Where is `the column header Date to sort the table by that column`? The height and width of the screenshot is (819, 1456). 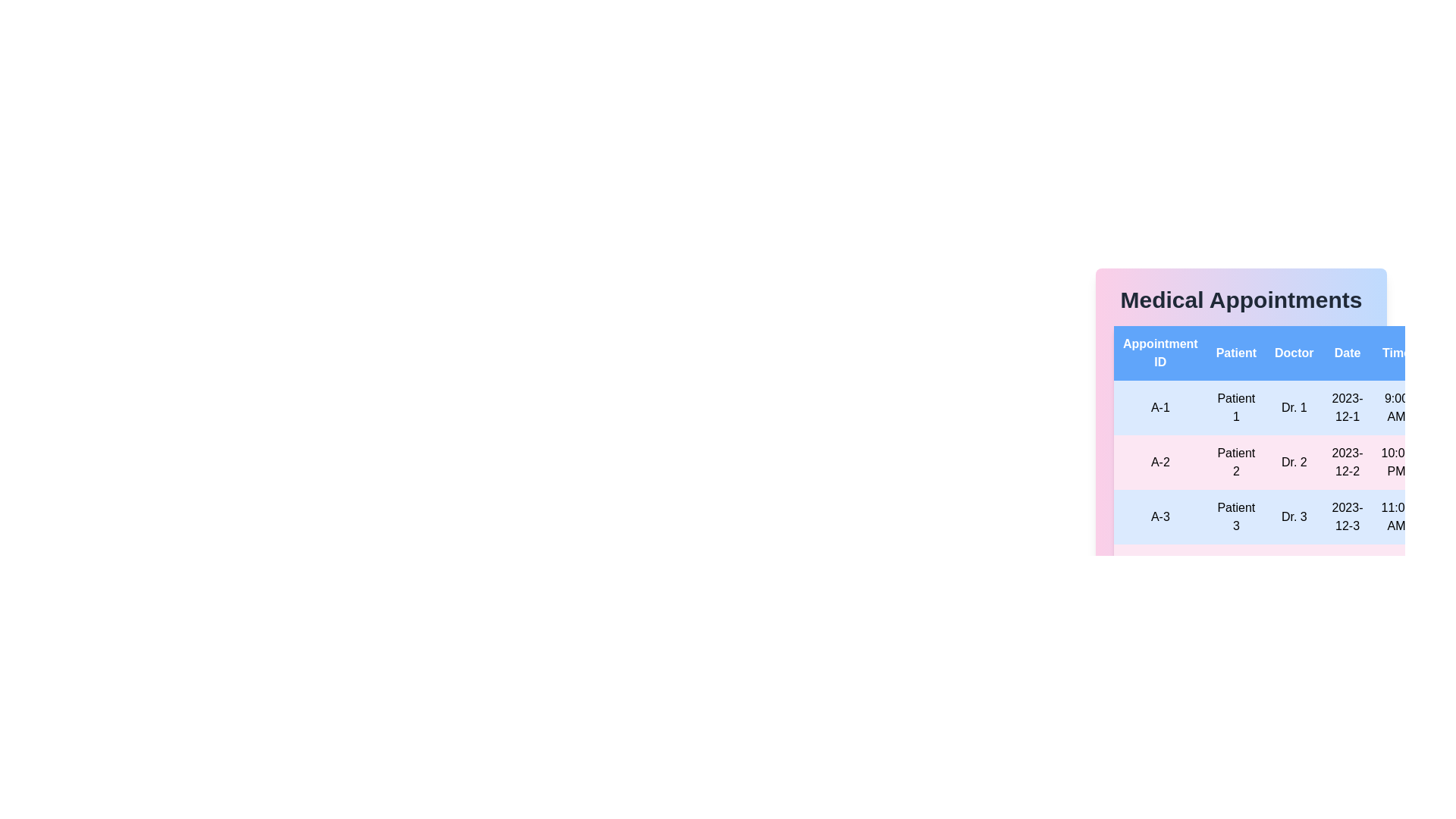
the column header Date to sort the table by that column is located at coordinates (1347, 353).